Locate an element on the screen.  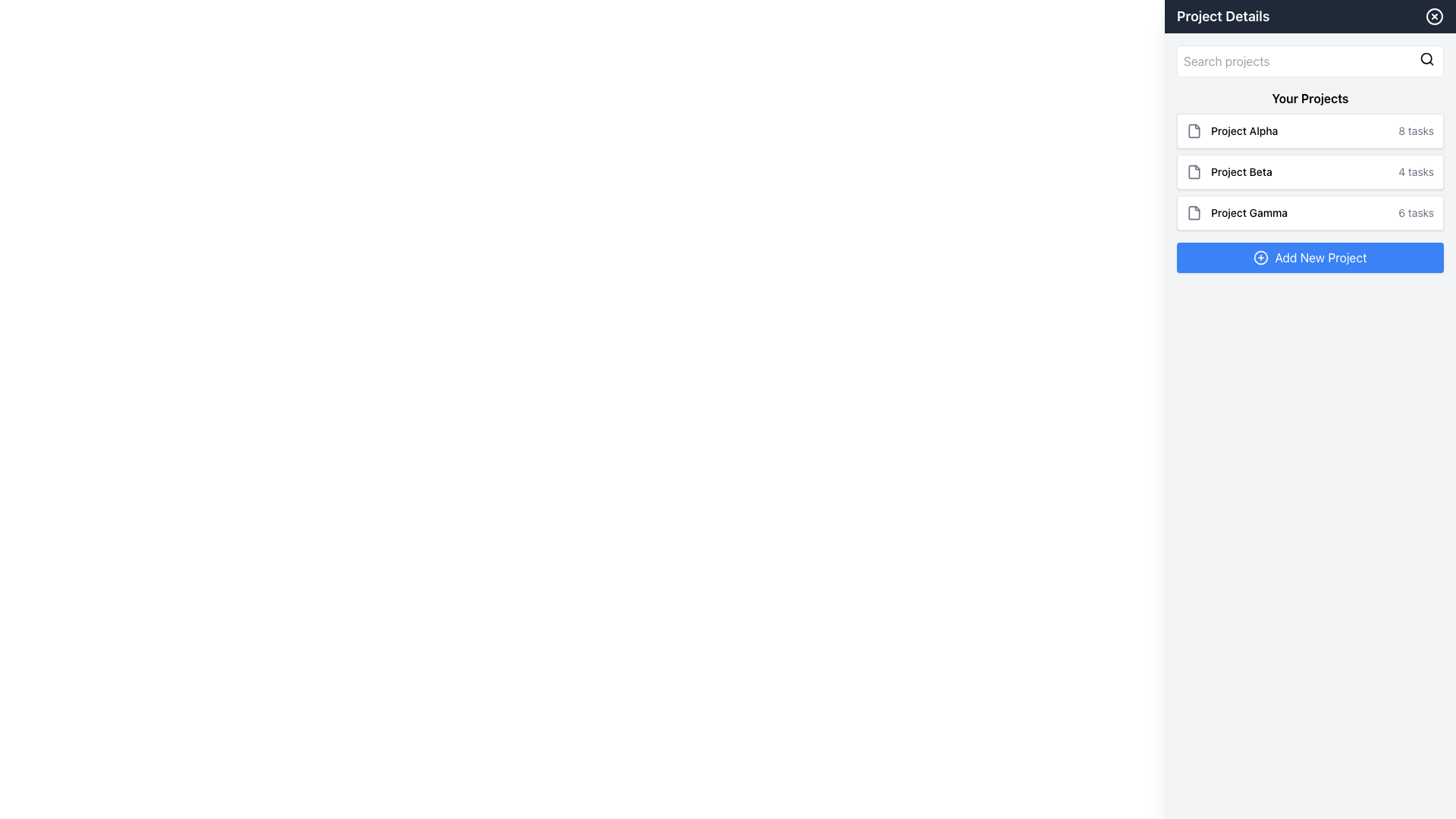
the graphical vector circle element located in the top-right corner of the 'Project Details' header, which is part of the close or delete icon is located at coordinates (1433, 17).